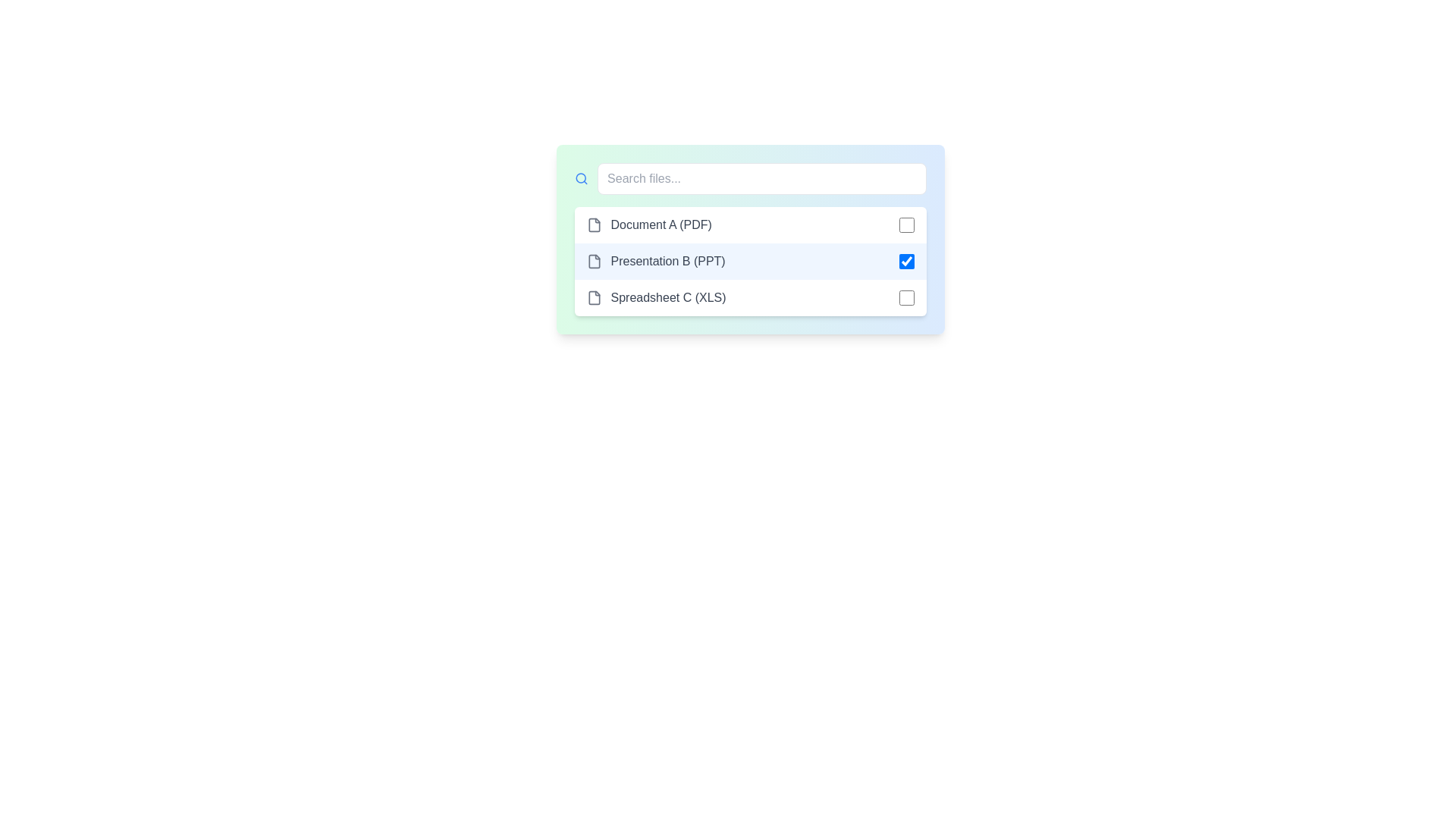  Describe the element at coordinates (750, 298) in the screenshot. I see `the file item with name Spreadsheet C (XLS)` at that location.